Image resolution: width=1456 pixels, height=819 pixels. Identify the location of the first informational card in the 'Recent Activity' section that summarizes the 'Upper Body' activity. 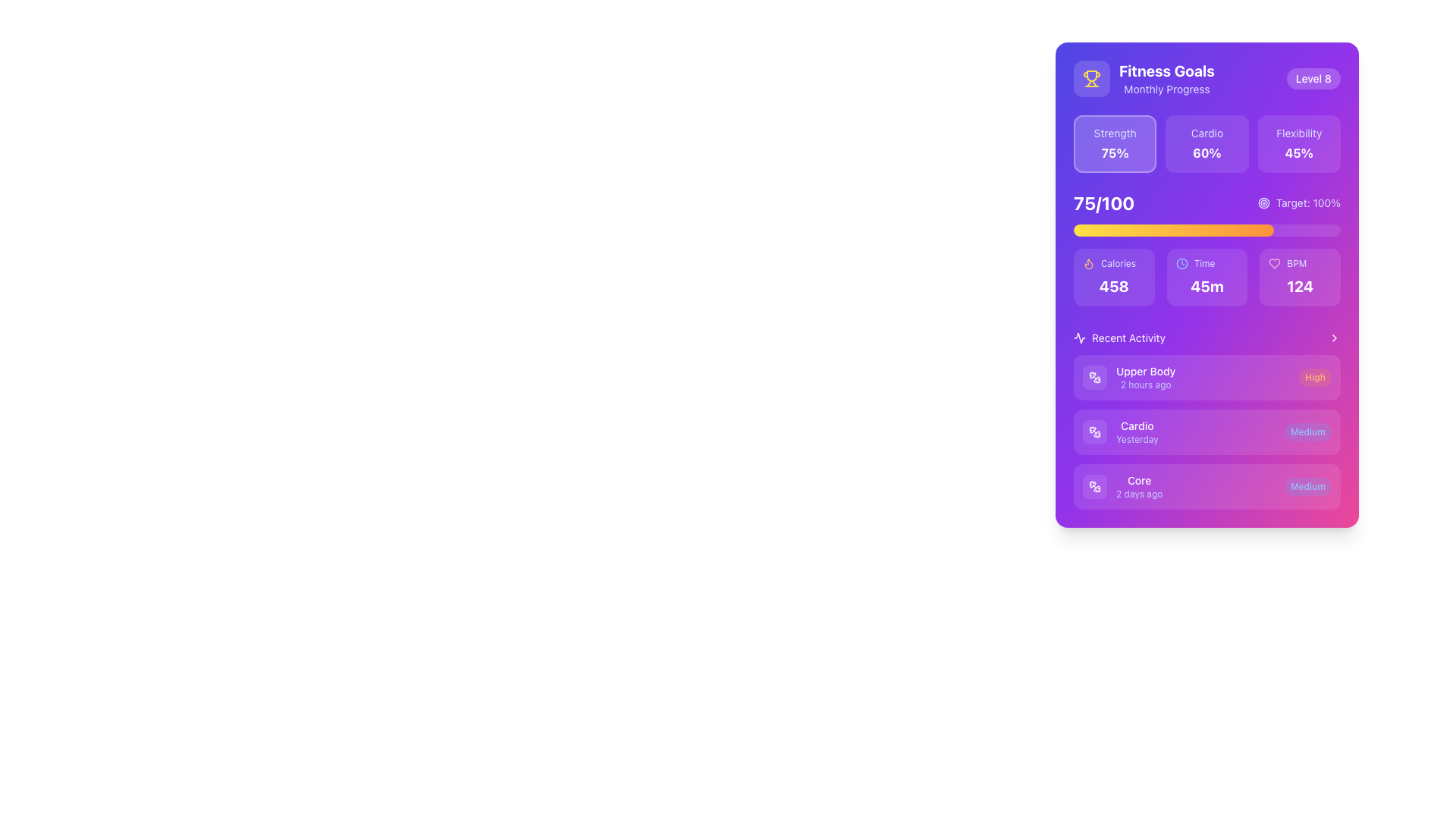
(1207, 376).